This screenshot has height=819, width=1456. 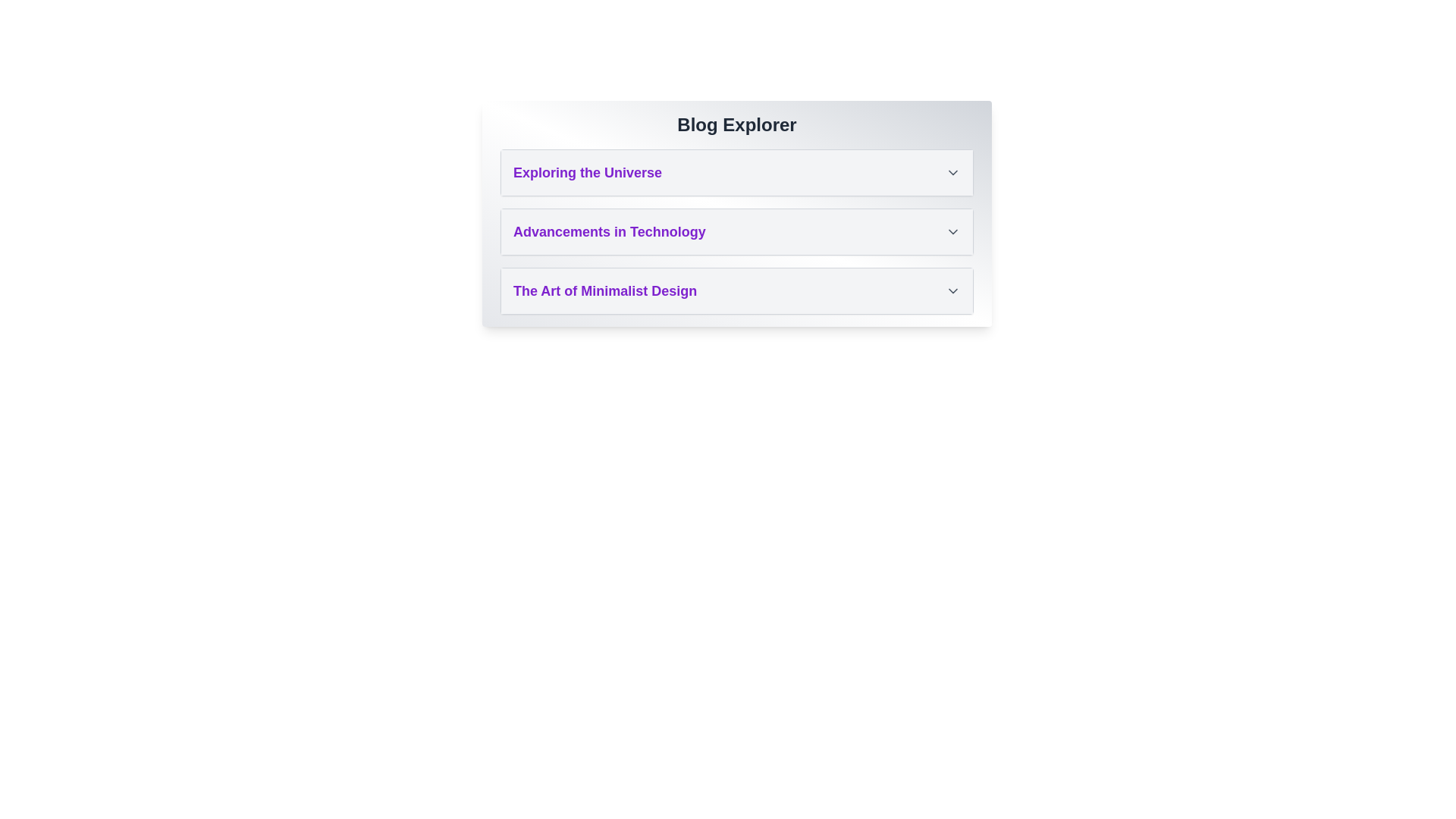 What do you see at coordinates (587, 171) in the screenshot?
I see `on the static text element reading 'Exploring the Universe' in the Blog Explorer menu` at bounding box center [587, 171].